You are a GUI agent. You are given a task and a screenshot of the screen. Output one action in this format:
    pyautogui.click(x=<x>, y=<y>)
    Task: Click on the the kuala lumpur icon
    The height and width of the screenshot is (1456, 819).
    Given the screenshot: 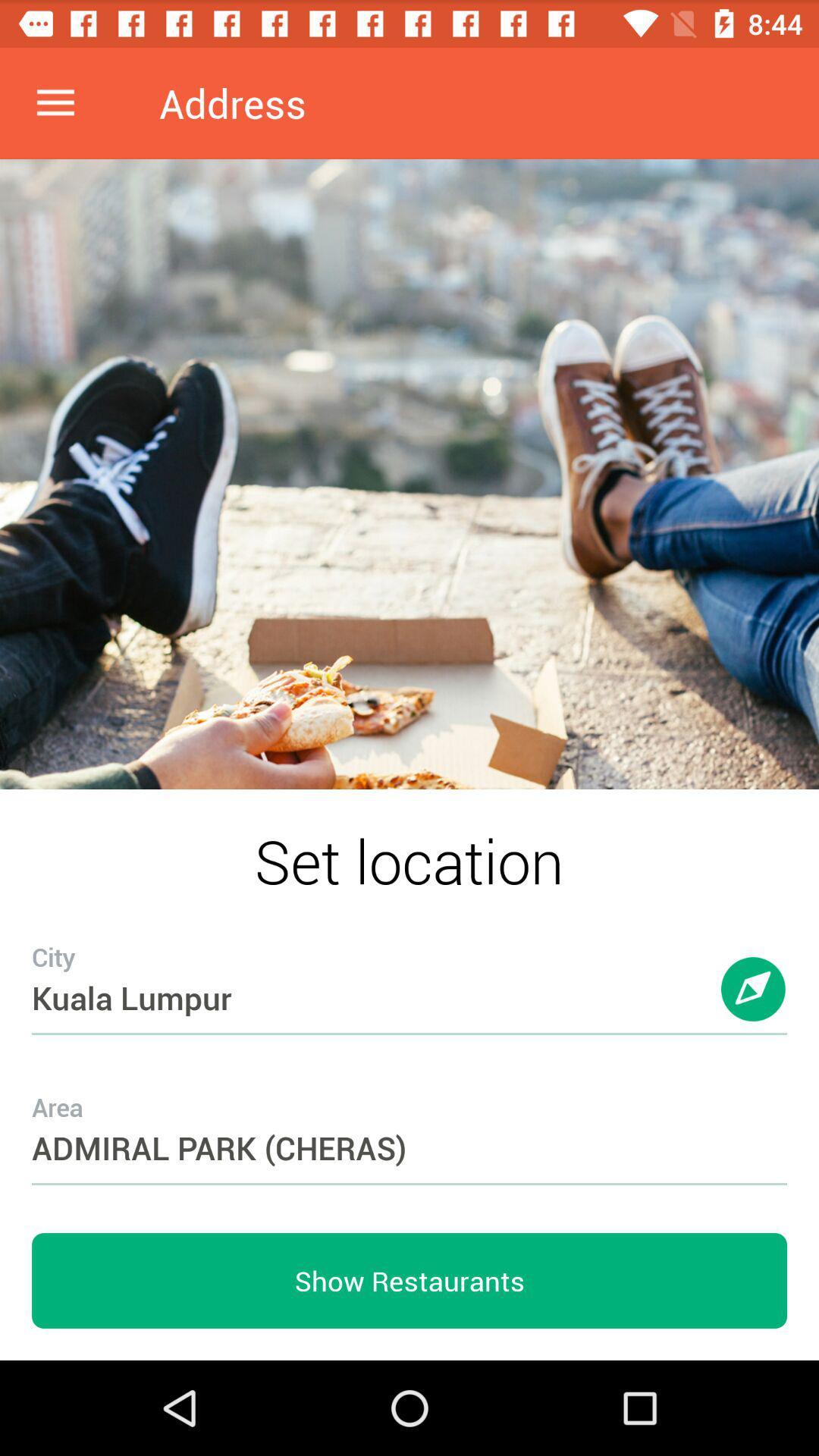 What is the action you would take?
    pyautogui.click(x=409, y=967)
    